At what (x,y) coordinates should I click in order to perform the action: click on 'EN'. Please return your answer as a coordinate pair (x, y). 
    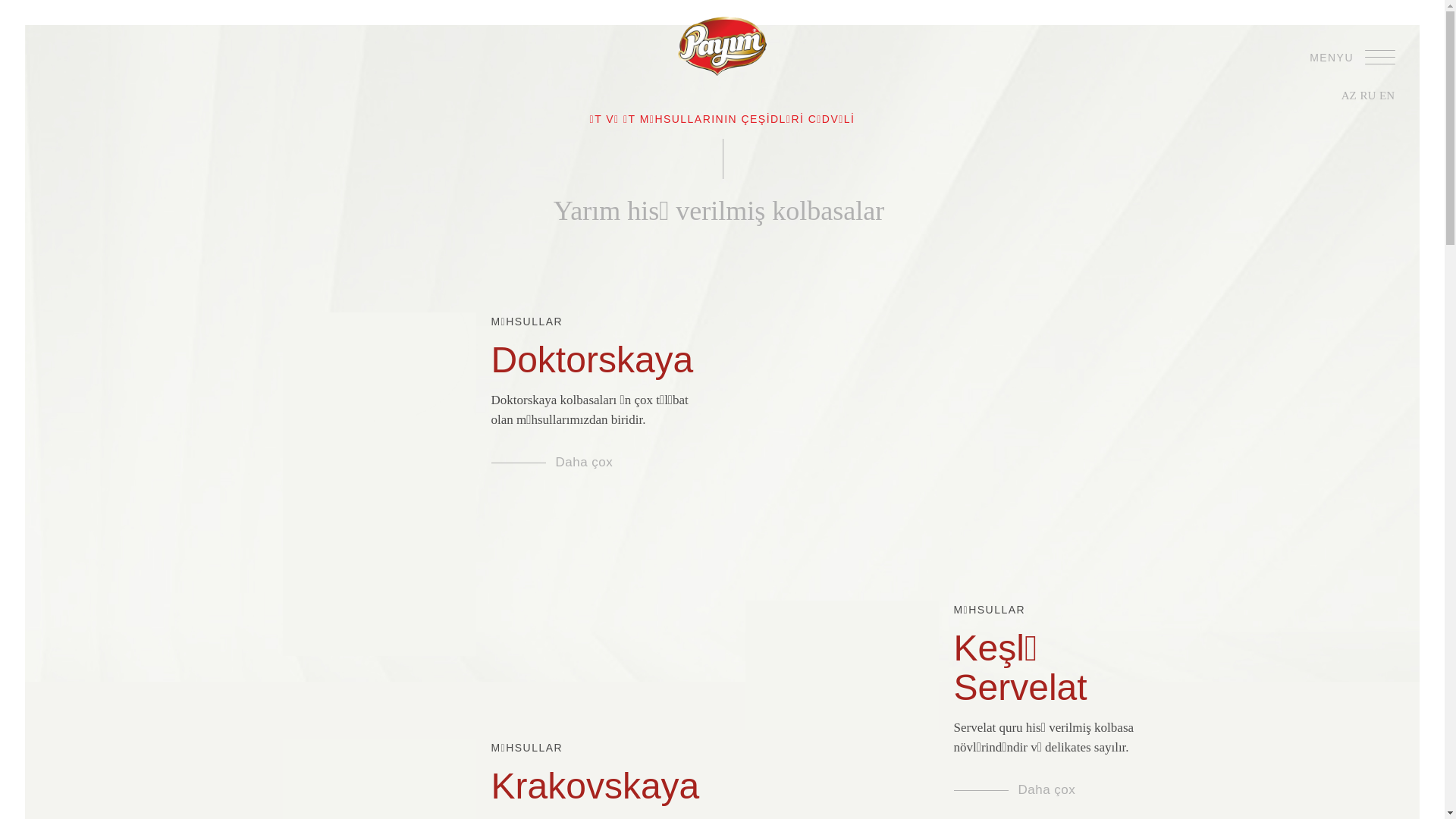
    Looking at the image, I should click on (1386, 96).